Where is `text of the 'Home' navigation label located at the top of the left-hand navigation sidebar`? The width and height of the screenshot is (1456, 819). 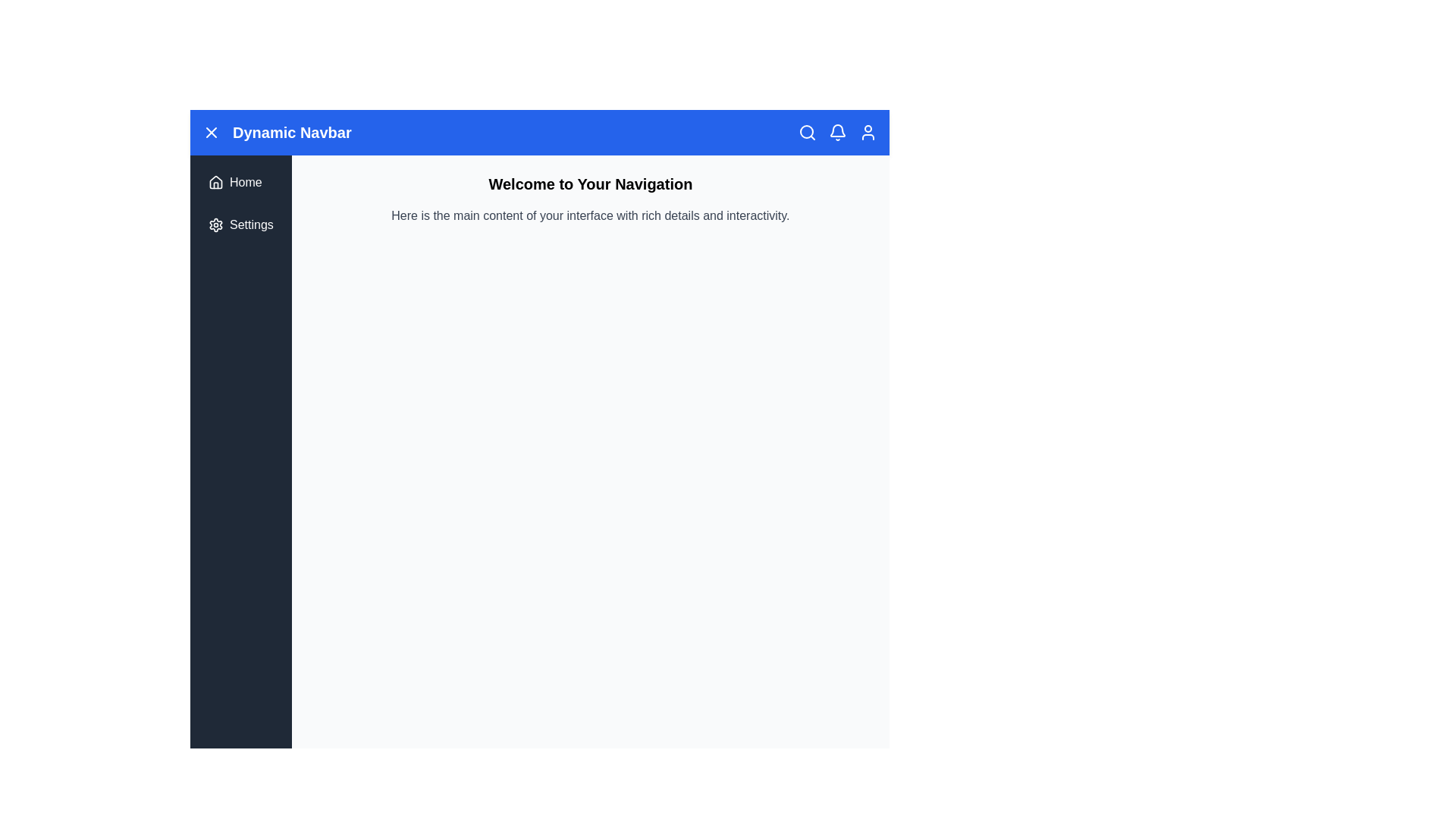 text of the 'Home' navigation label located at the top of the left-hand navigation sidebar is located at coordinates (246, 181).